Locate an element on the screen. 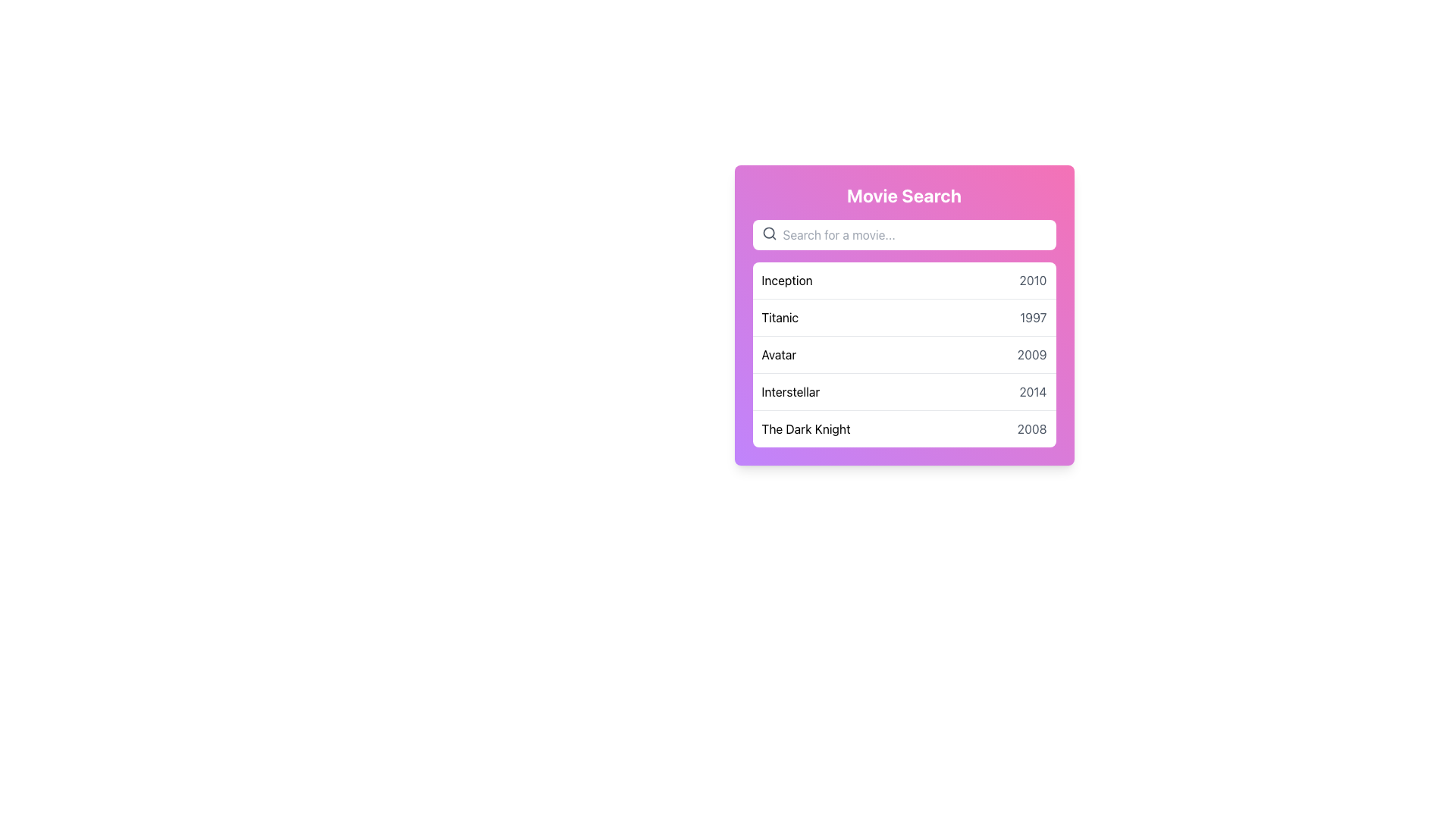 The height and width of the screenshot is (819, 1456). the text label displaying 'Titanic', which is styled as plain black text on a white background and is horizontally aligned with the gray-colored year label '1997' is located at coordinates (780, 317).